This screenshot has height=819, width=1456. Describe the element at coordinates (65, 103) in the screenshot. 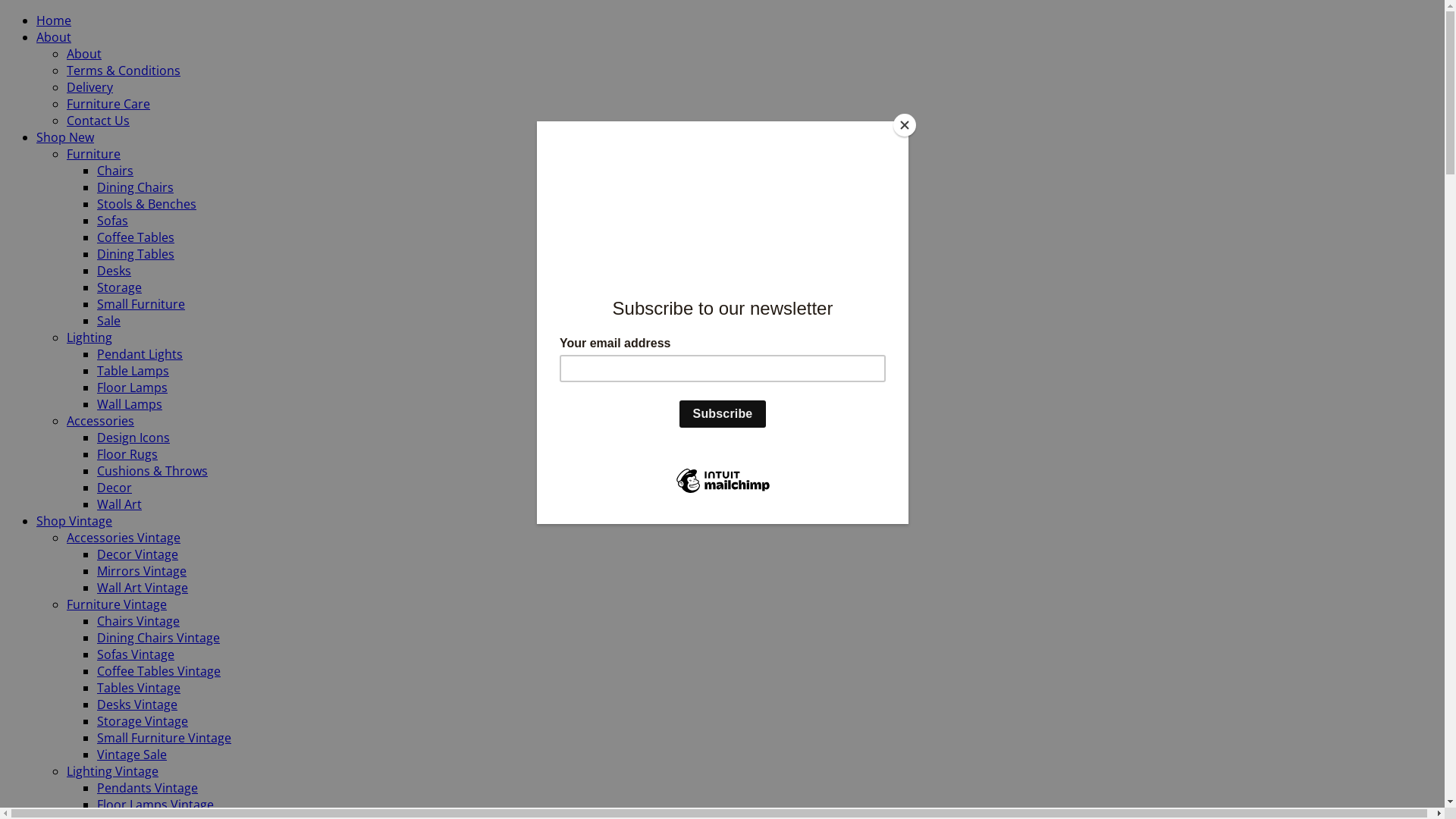

I see `'Furniture Care'` at that location.